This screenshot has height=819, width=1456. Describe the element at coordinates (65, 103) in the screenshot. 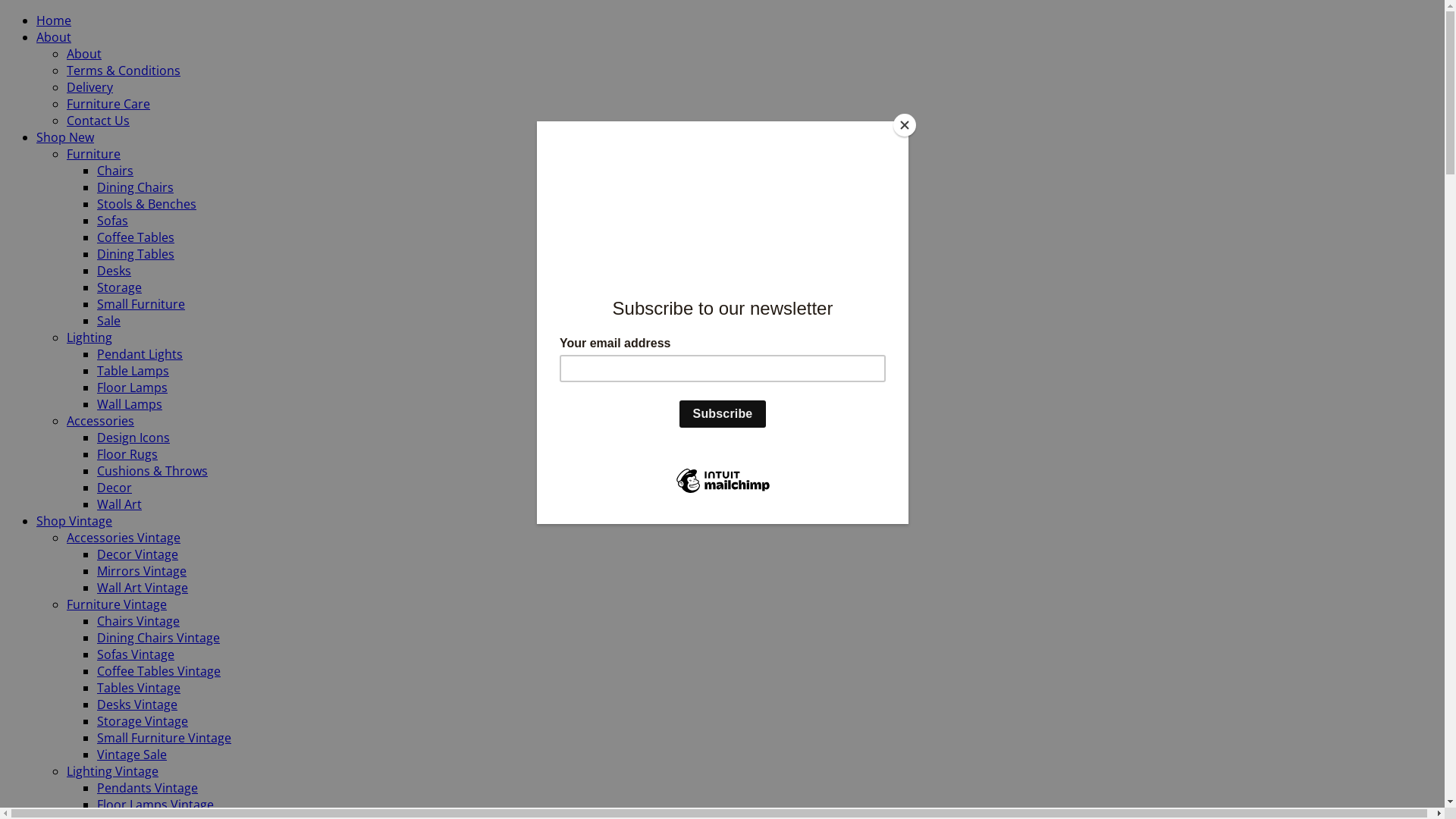

I see `'Furniture Care'` at that location.